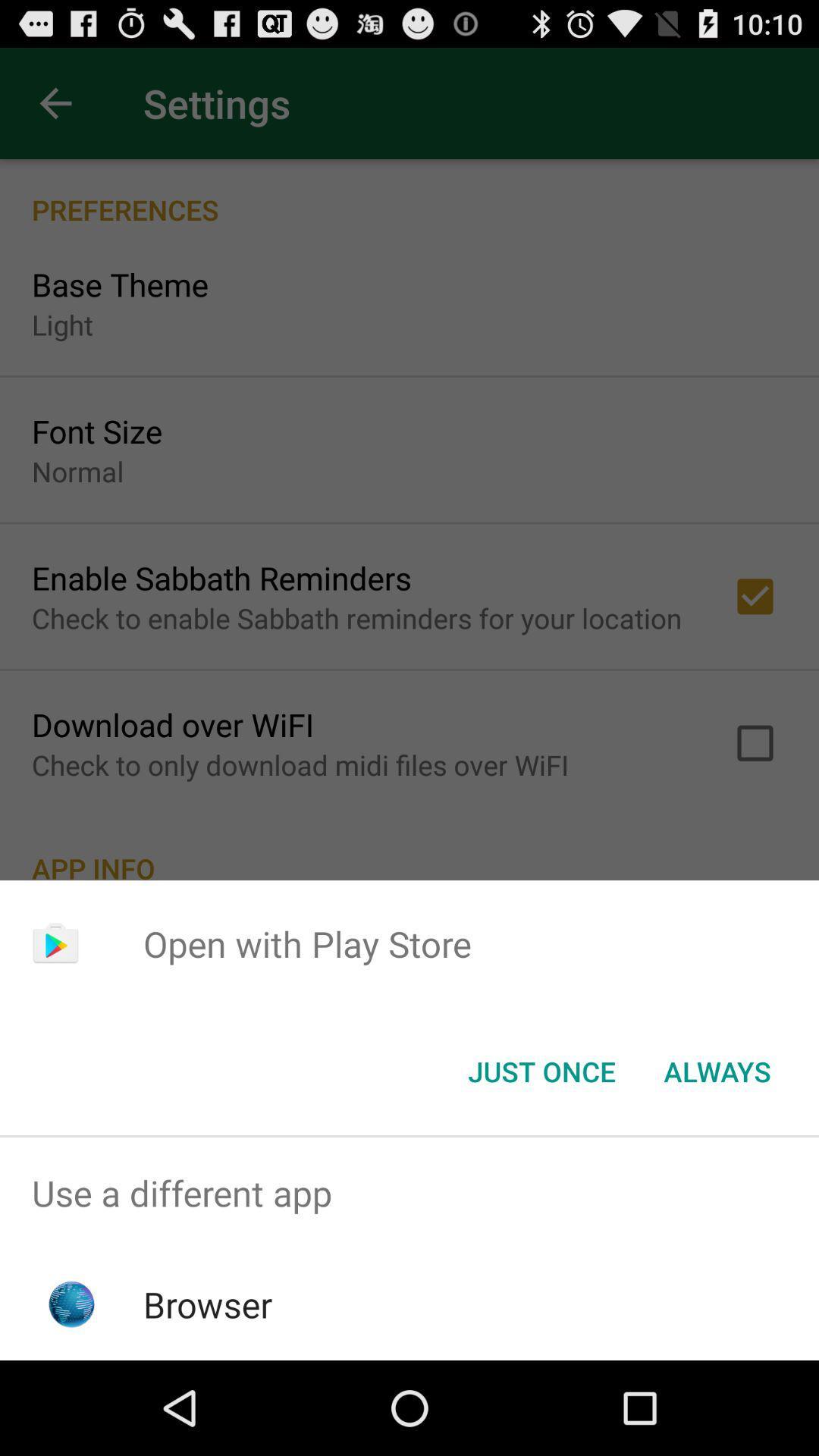 This screenshot has width=819, height=1456. What do you see at coordinates (717, 1070) in the screenshot?
I see `app below open with play app` at bounding box center [717, 1070].